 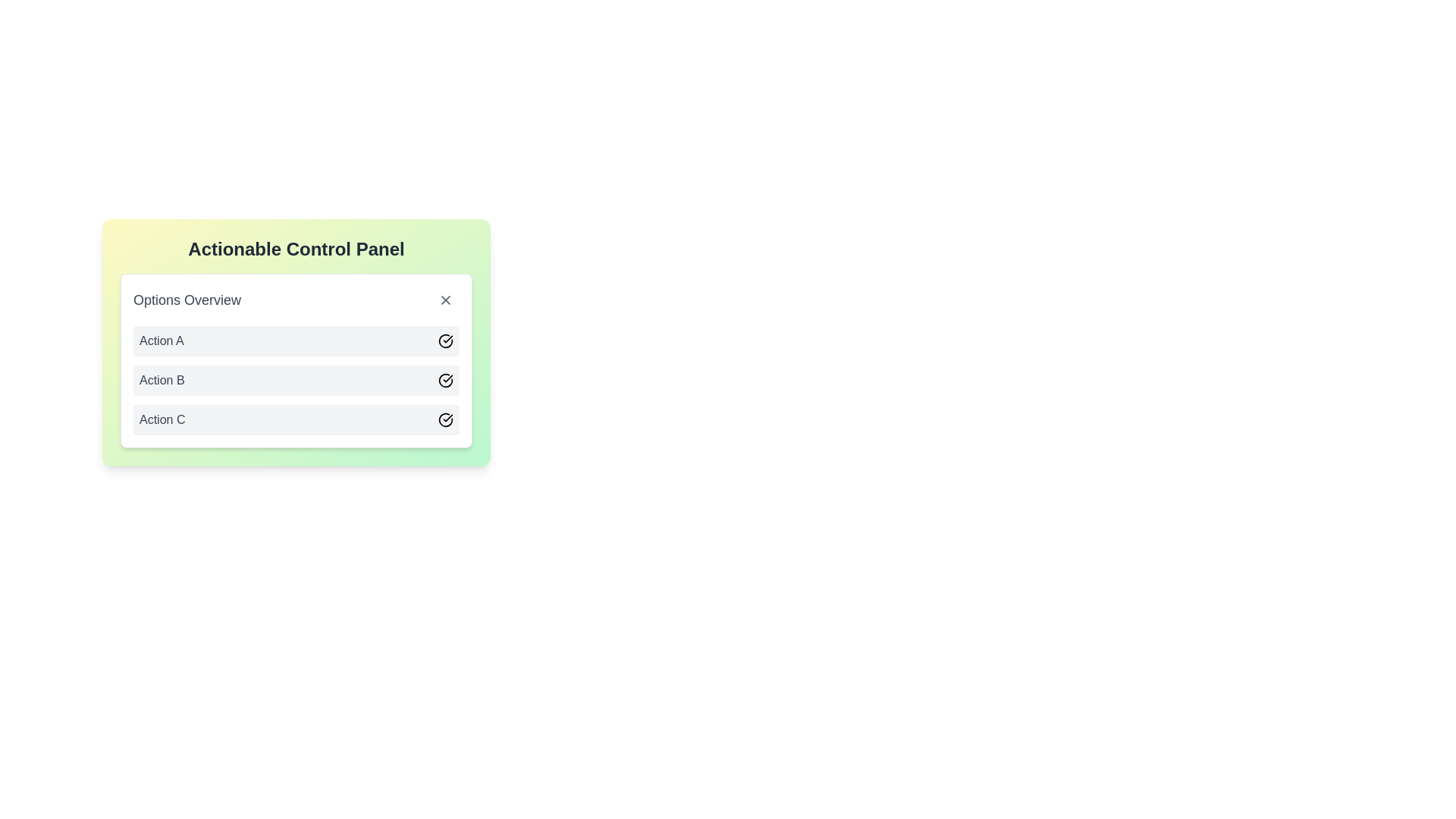 I want to click on the circular checkmark icon indicating confirmation, located on the far right of the row labeled 'Action C' in the control panel, so click(x=445, y=420).